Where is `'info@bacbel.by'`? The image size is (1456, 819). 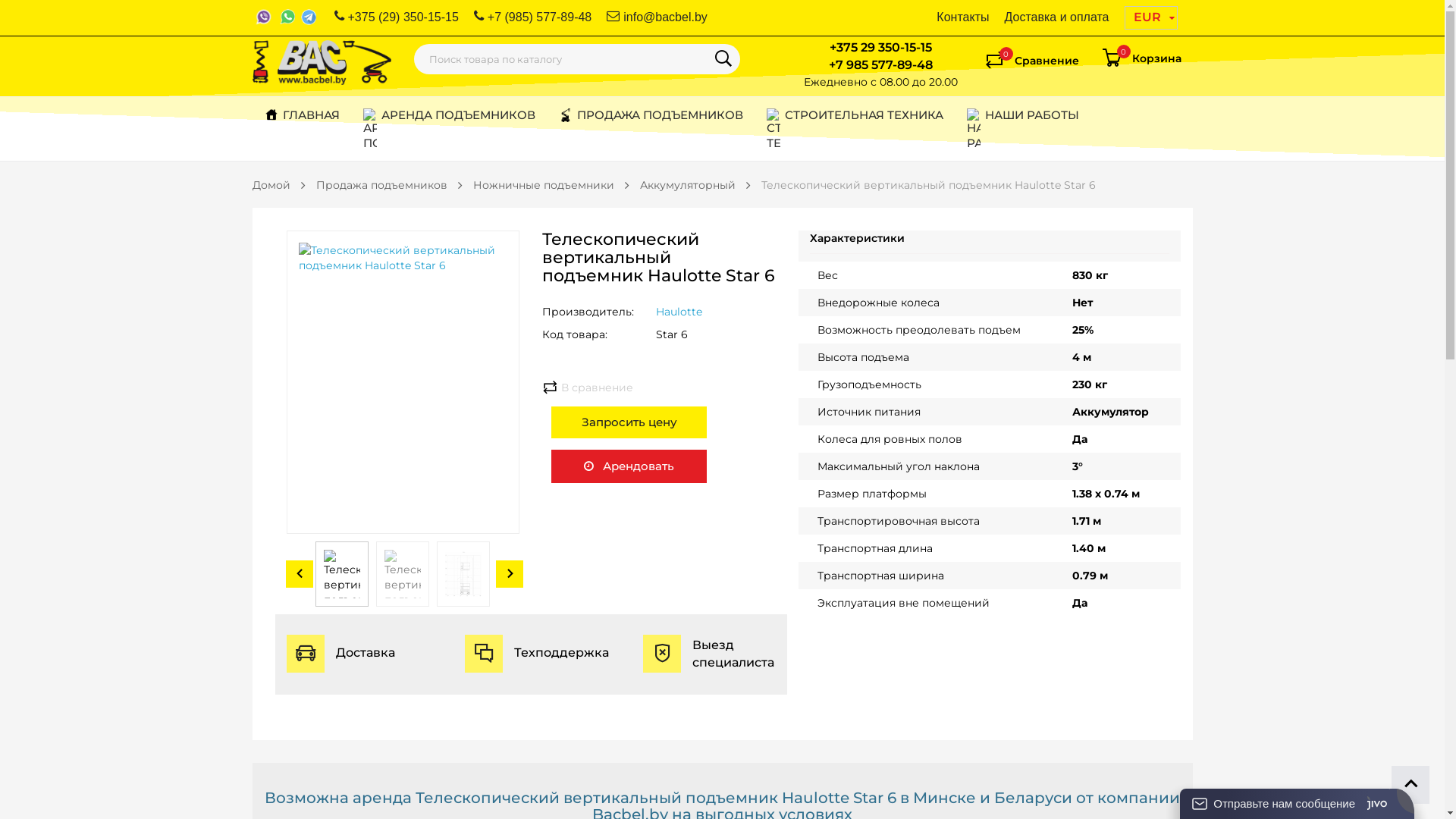
'info@bacbel.by' is located at coordinates (657, 17).